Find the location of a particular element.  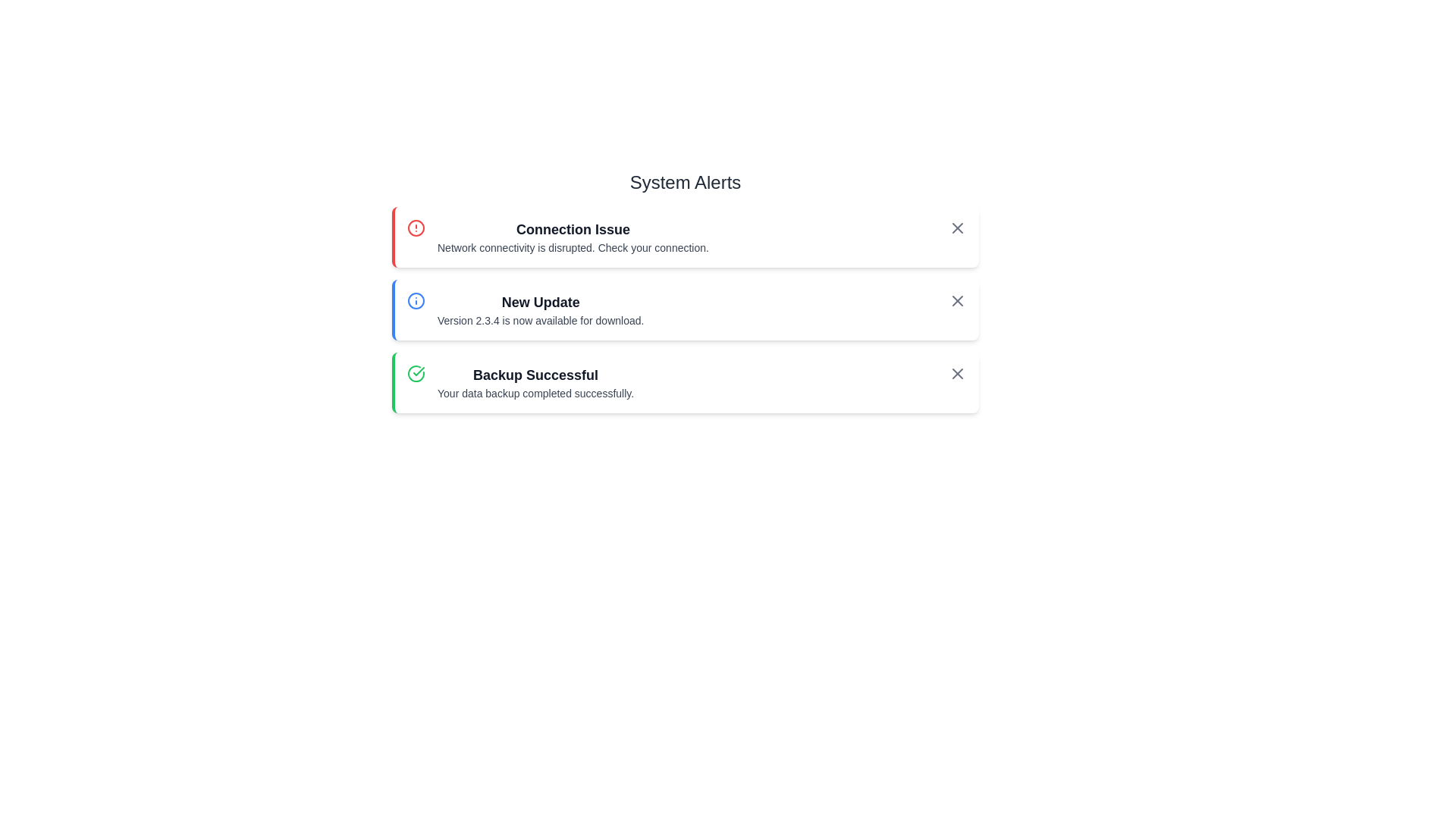

the text block displaying 'Backup Successful' and 'Your data backup completed successfully', located in the bottom alert box, horizontally centered and adjacent to a green check icon is located at coordinates (535, 382).